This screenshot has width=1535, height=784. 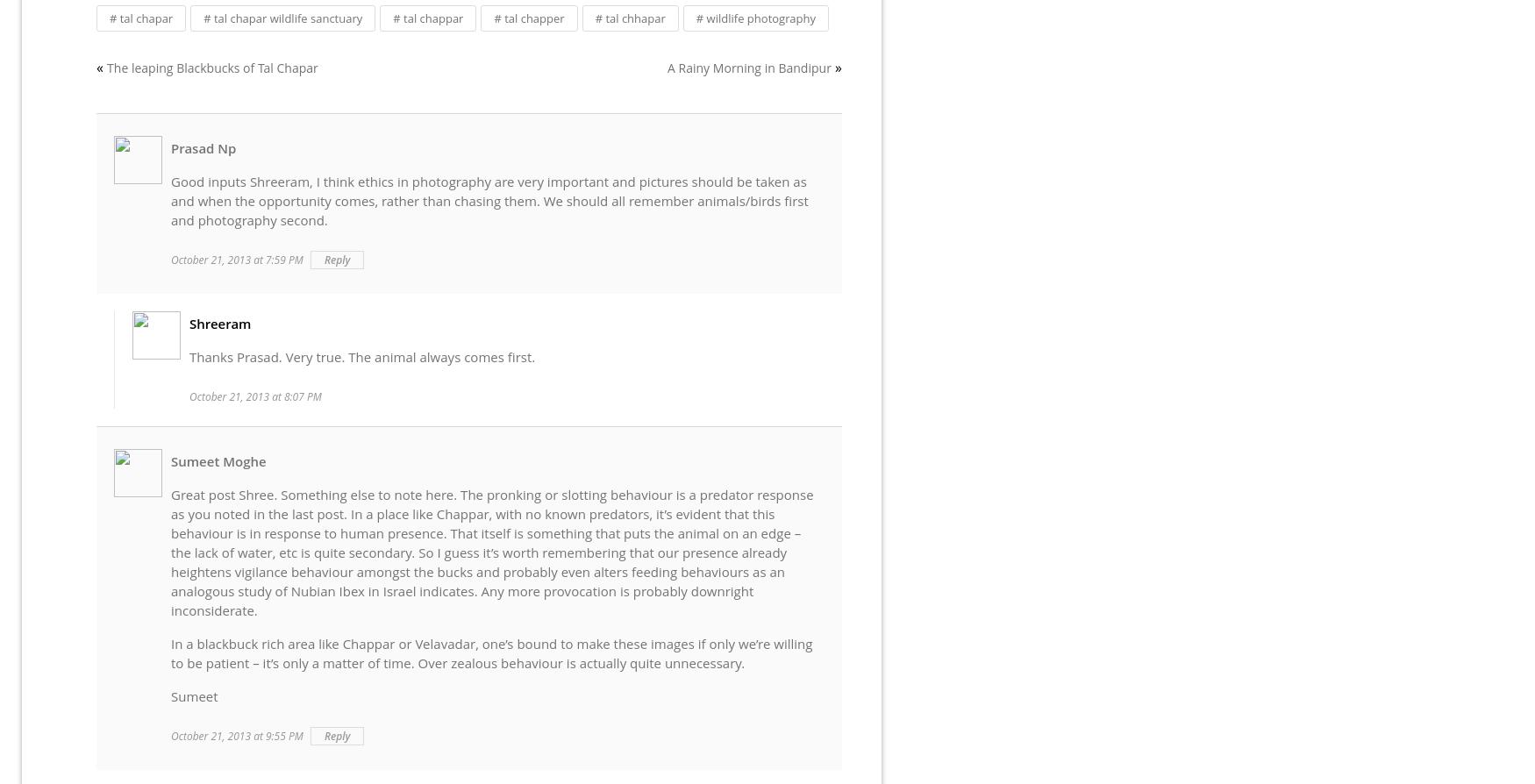 What do you see at coordinates (237, 259) in the screenshot?
I see `'October 21, 2013 at 7:59 PM'` at bounding box center [237, 259].